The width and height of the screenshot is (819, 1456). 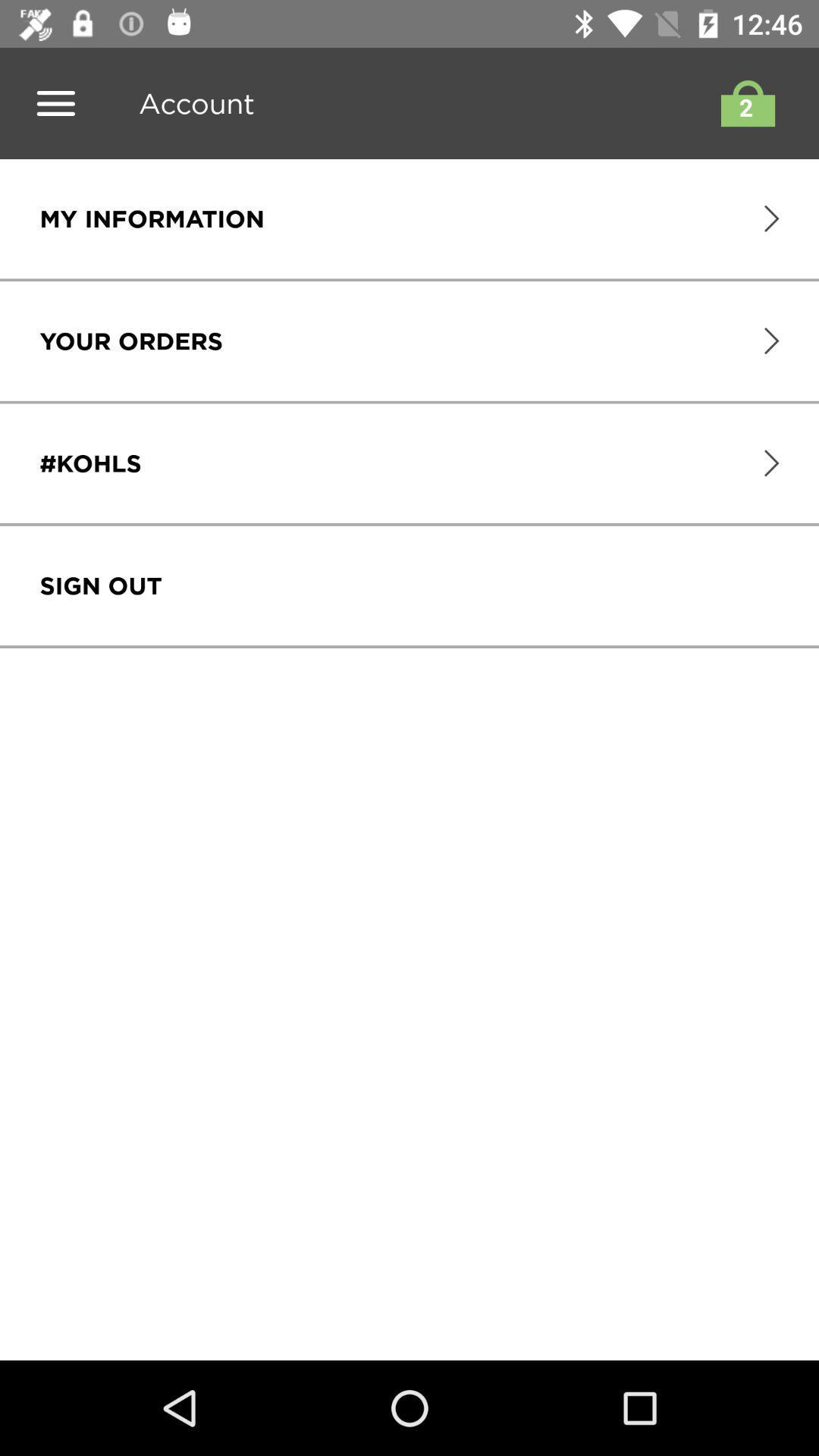 I want to click on icon above the sign out item, so click(x=90, y=463).